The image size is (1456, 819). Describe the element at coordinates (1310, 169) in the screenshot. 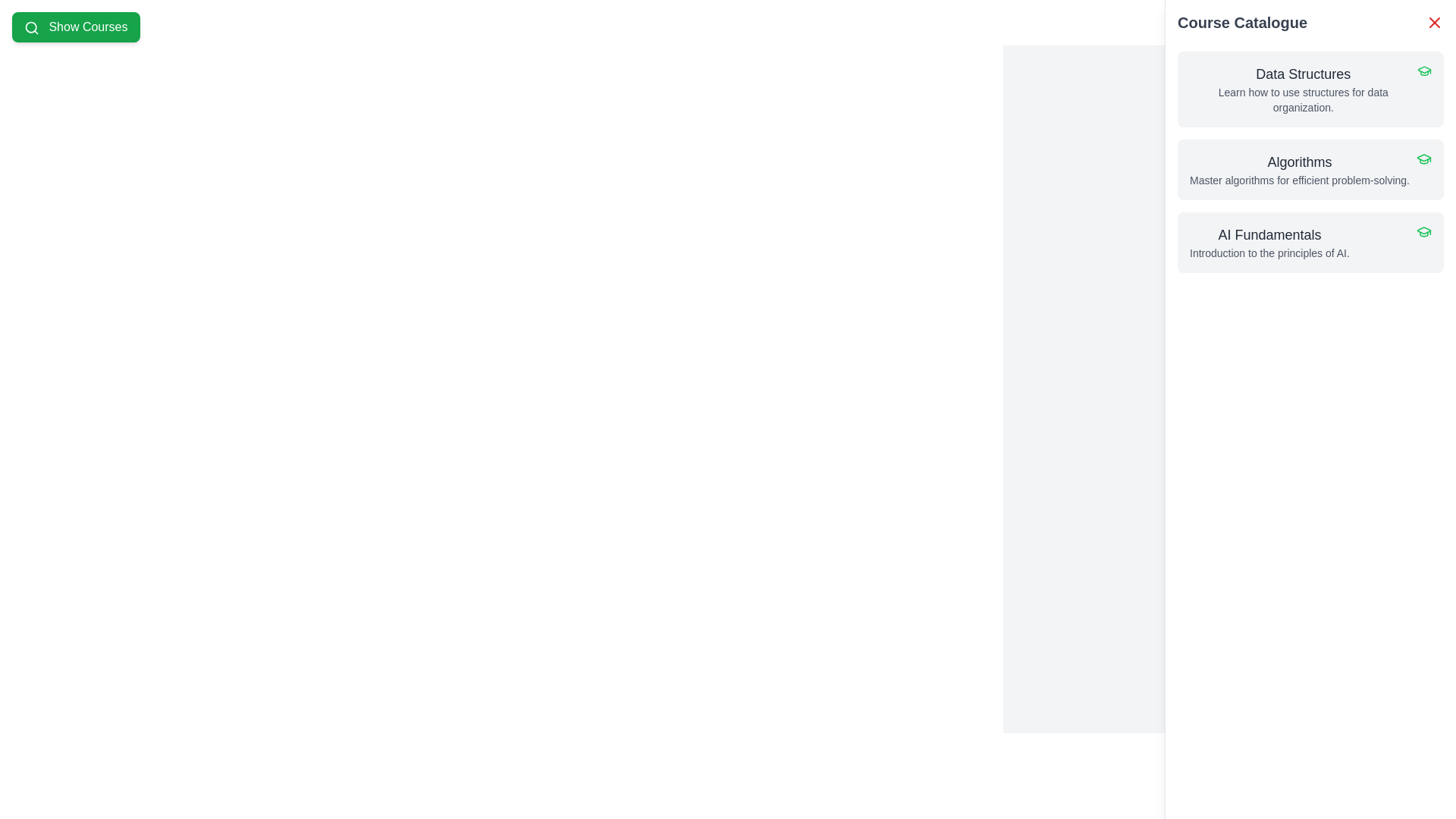

I see `the 'Algorithms' interactive course card in the Course Catalogue panel, which is the middle card in a vertical list of three courses` at that location.